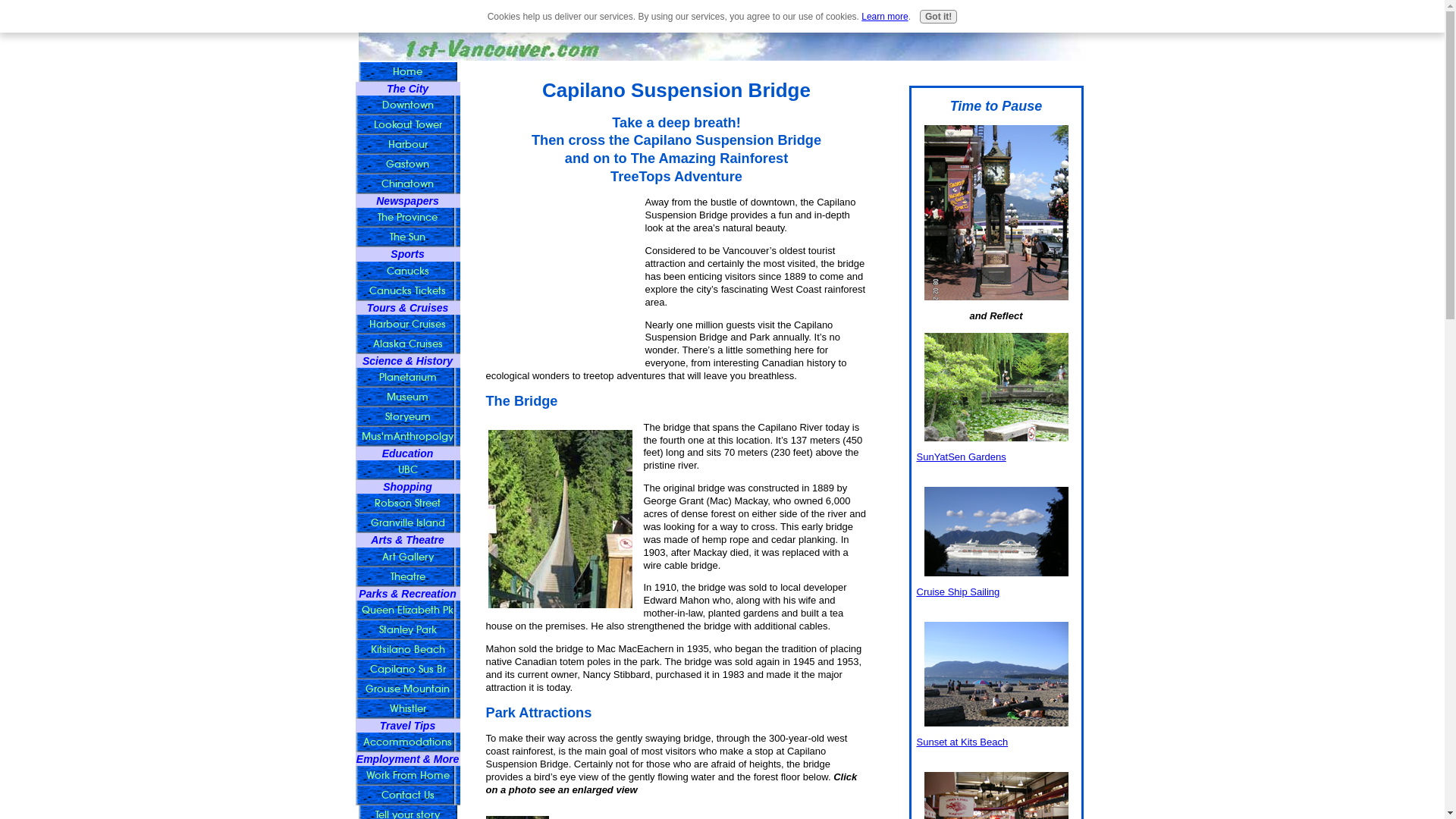 Image resolution: width=1456 pixels, height=819 pixels. I want to click on 'Harbour', so click(407, 145).